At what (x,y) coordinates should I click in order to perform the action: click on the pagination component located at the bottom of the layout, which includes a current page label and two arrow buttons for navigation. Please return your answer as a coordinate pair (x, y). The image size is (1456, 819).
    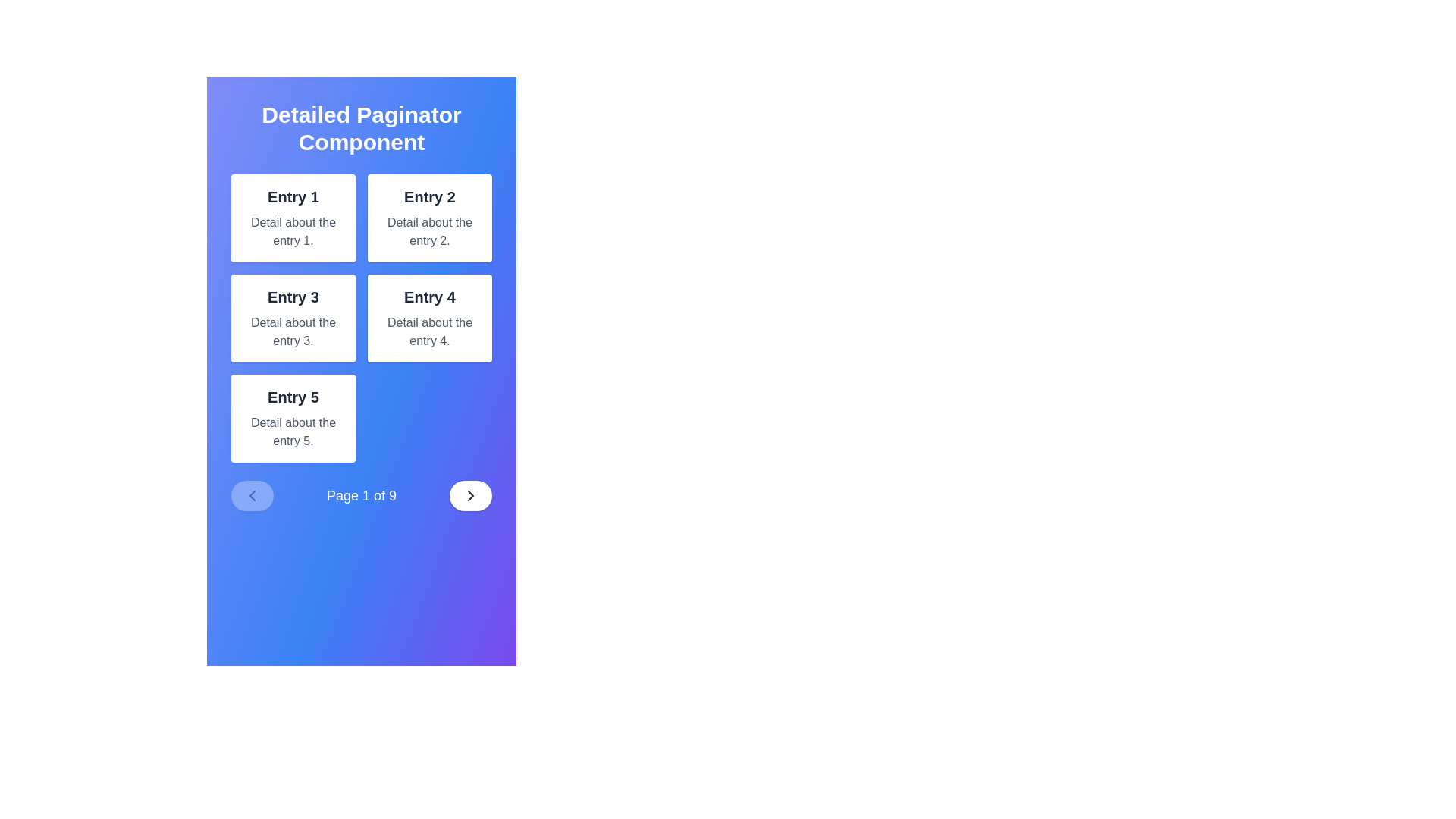
    Looking at the image, I should click on (360, 496).